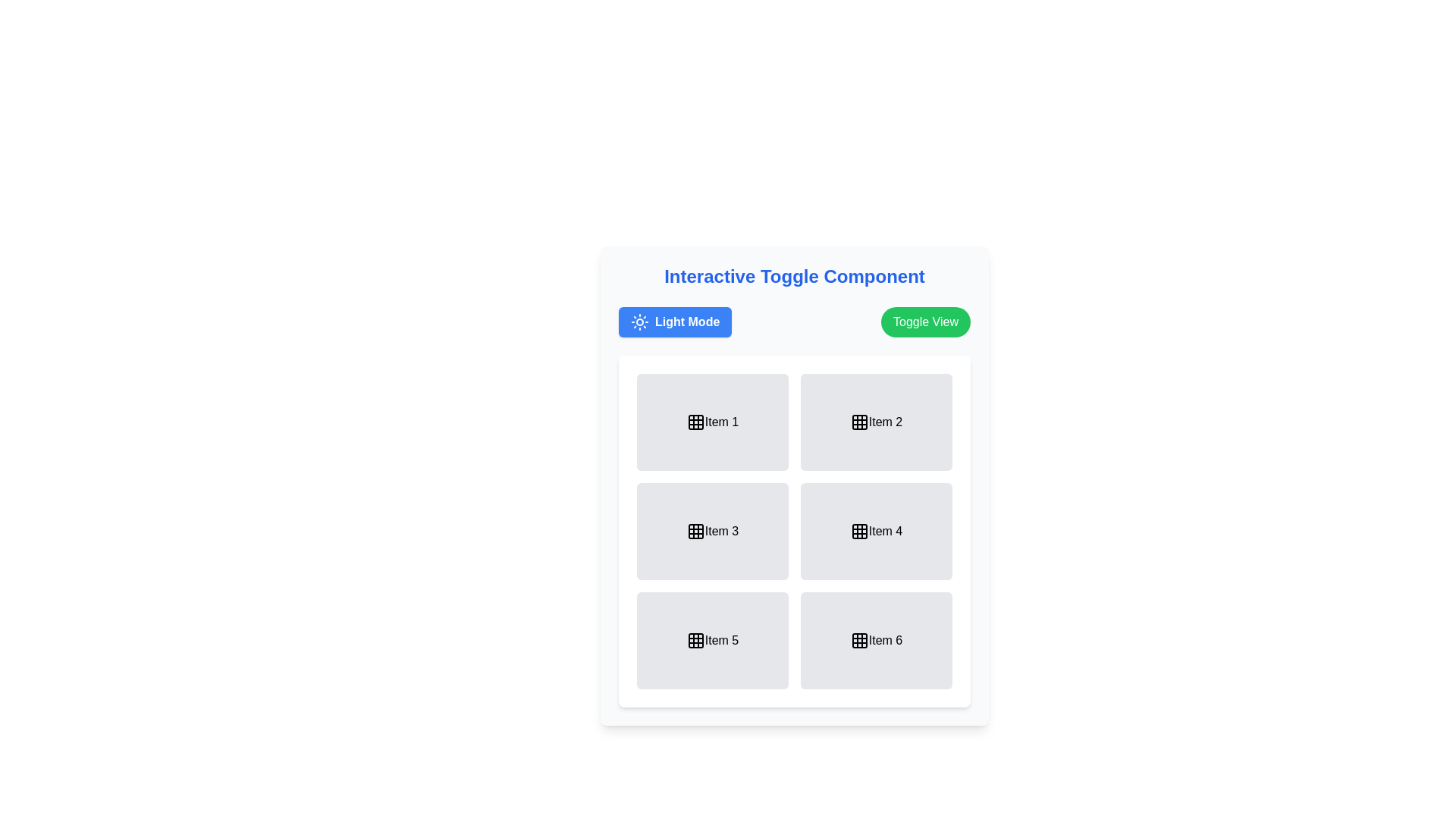 Image resolution: width=1456 pixels, height=819 pixels. I want to click on the 'Light Mode' button which contains the sun icon located at the top-left corner of the interface, so click(640, 321).